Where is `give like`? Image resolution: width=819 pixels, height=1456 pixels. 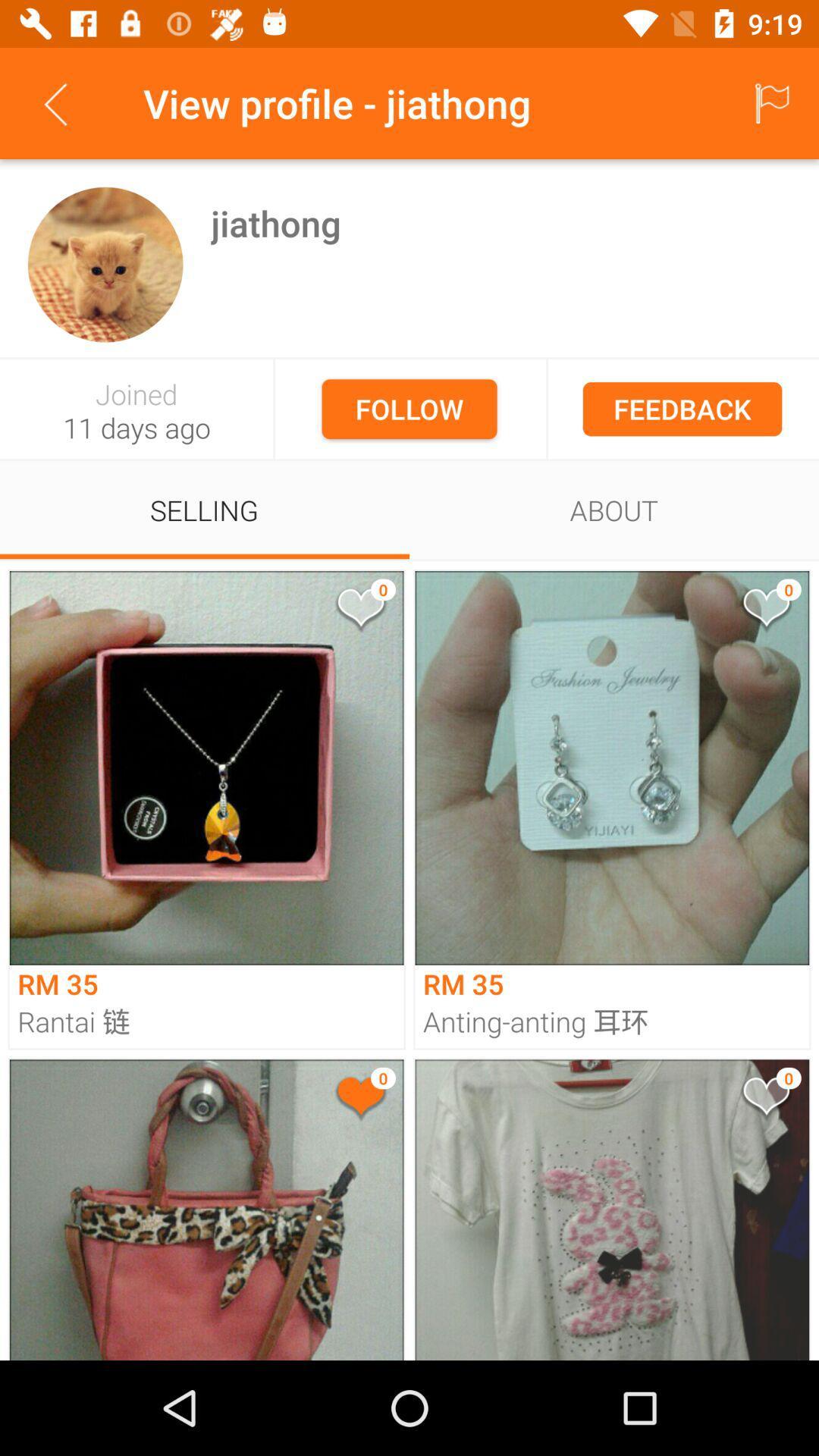
give like is located at coordinates (765, 1099).